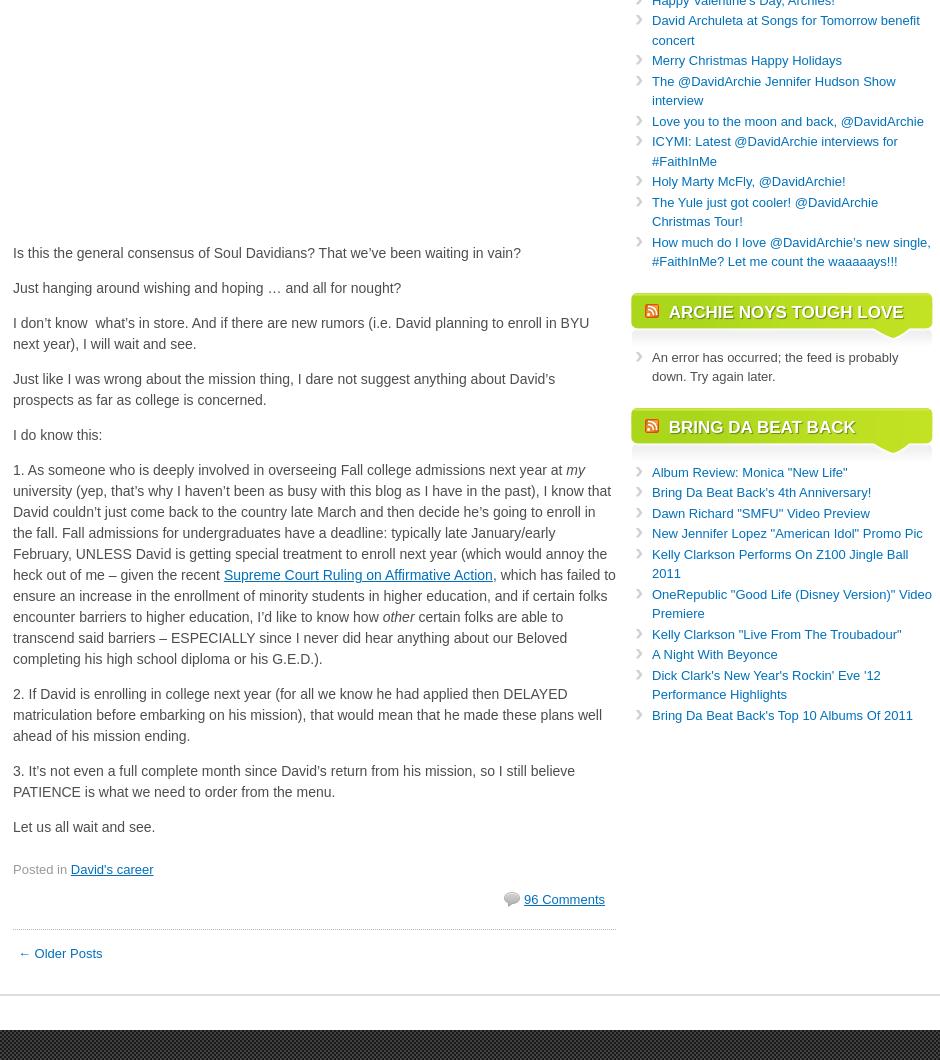 This screenshot has width=940, height=1060. I want to click on 'New Jennifer Lopez "American Idol" Promo Pic', so click(786, 533).